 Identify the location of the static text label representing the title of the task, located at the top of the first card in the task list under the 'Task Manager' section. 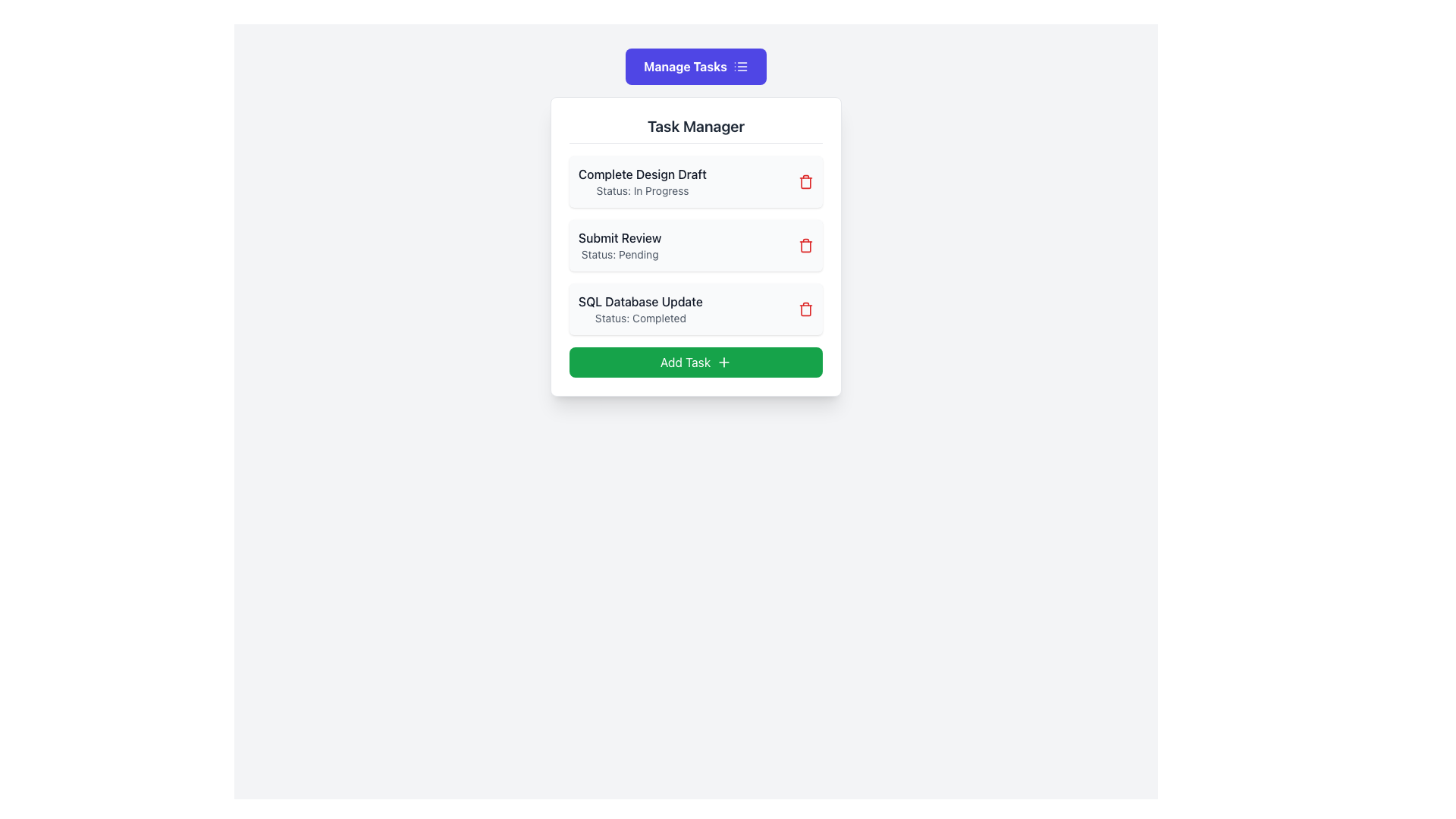
(642, 174).